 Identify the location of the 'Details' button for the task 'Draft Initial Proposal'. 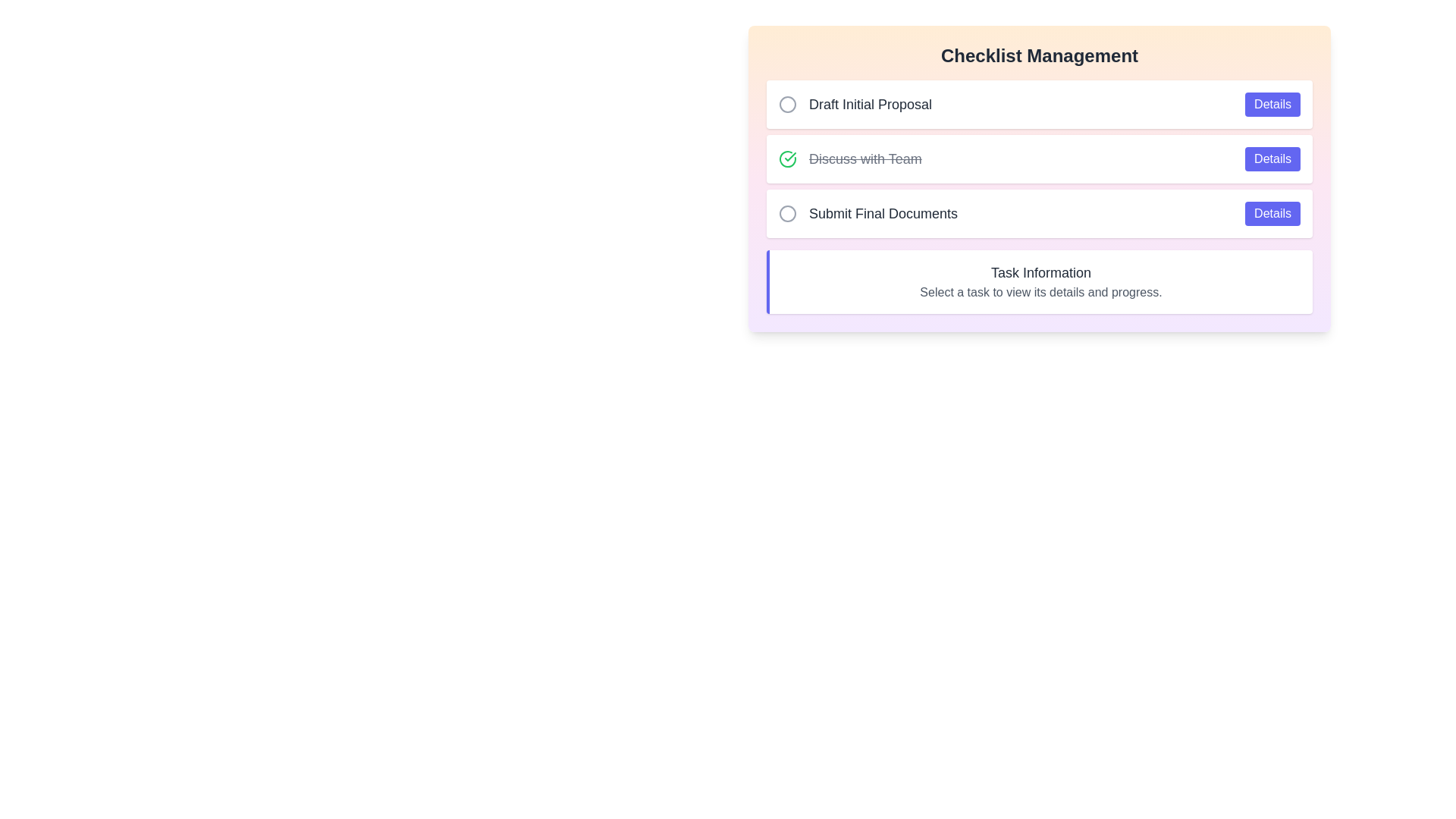
(1272, 104).